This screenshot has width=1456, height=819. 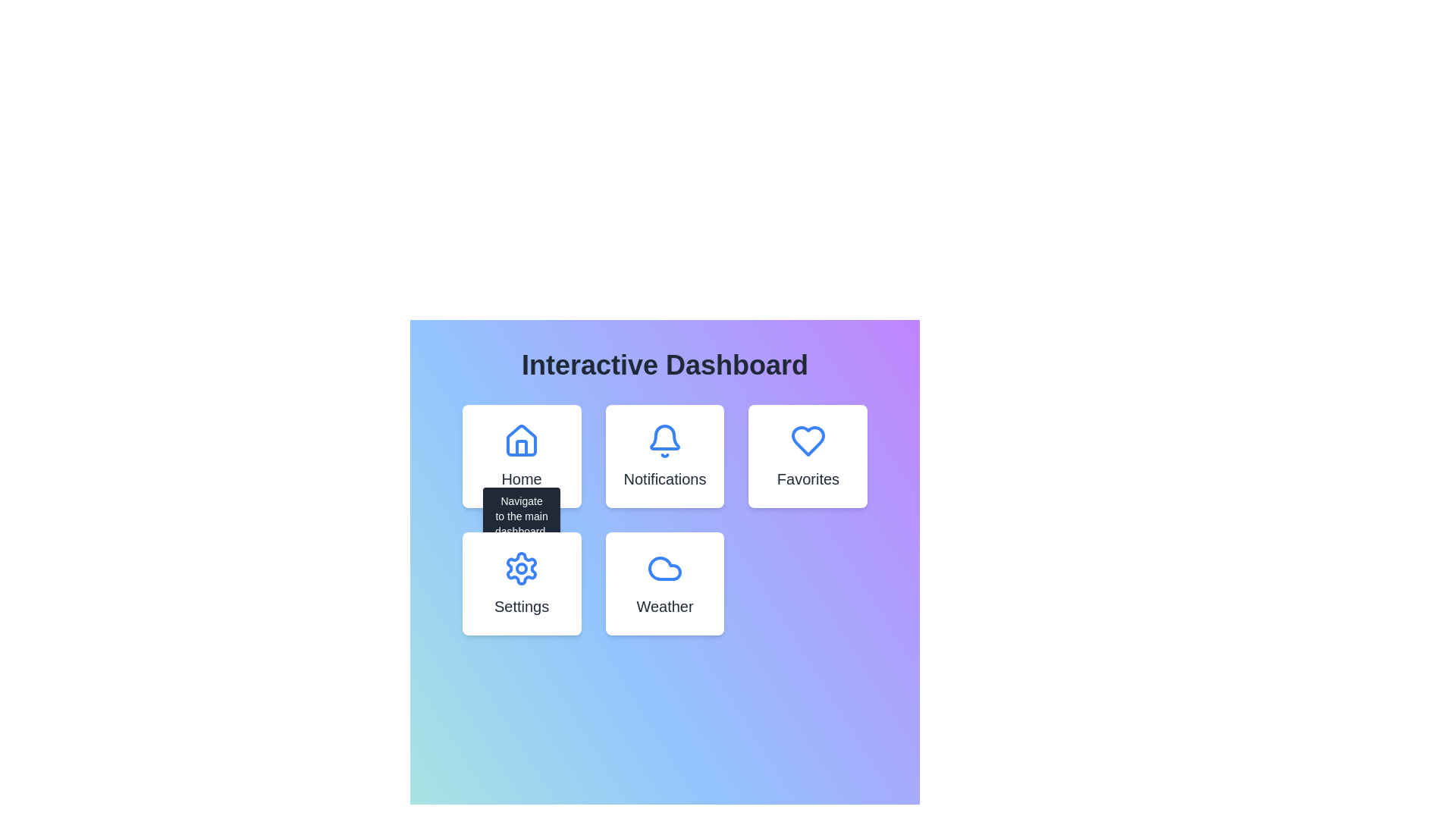 I want to click on the house icon with a bright blue outline in the first tile of the grid layout, labeled 'Home', so click(x=522, y=441).